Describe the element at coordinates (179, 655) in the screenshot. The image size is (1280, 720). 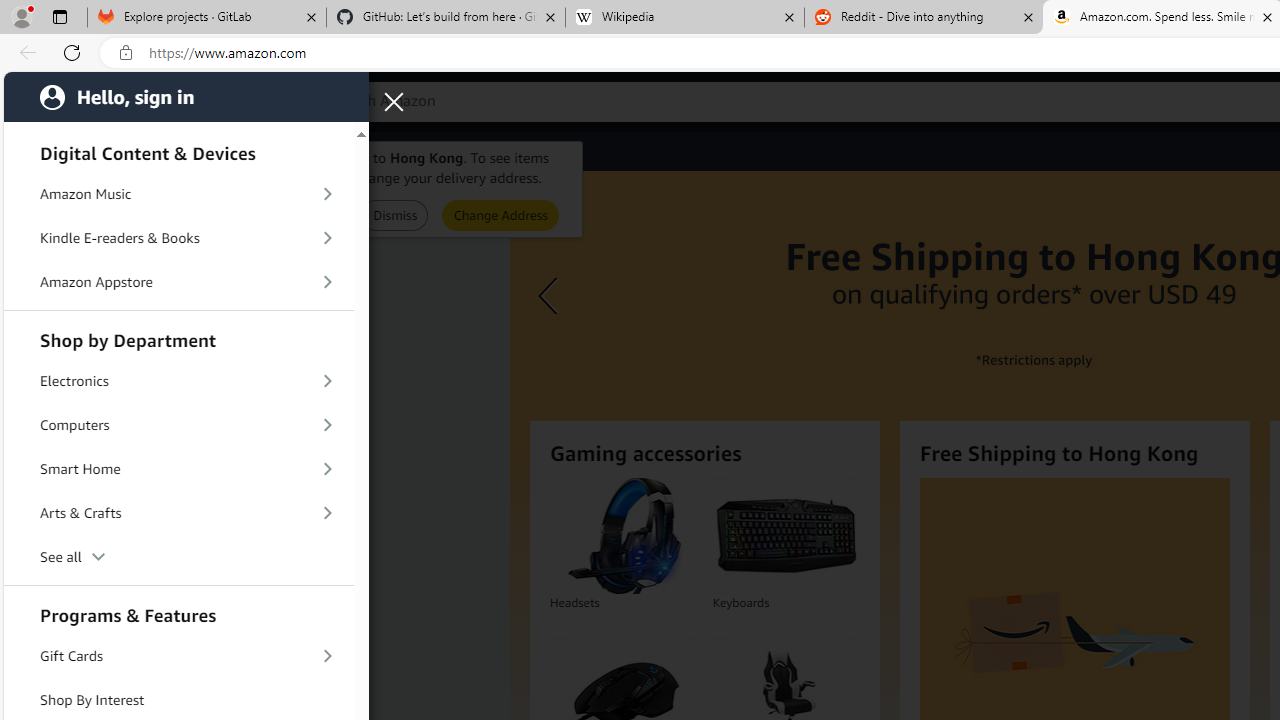
I see `'Gift Cards'` at that location.